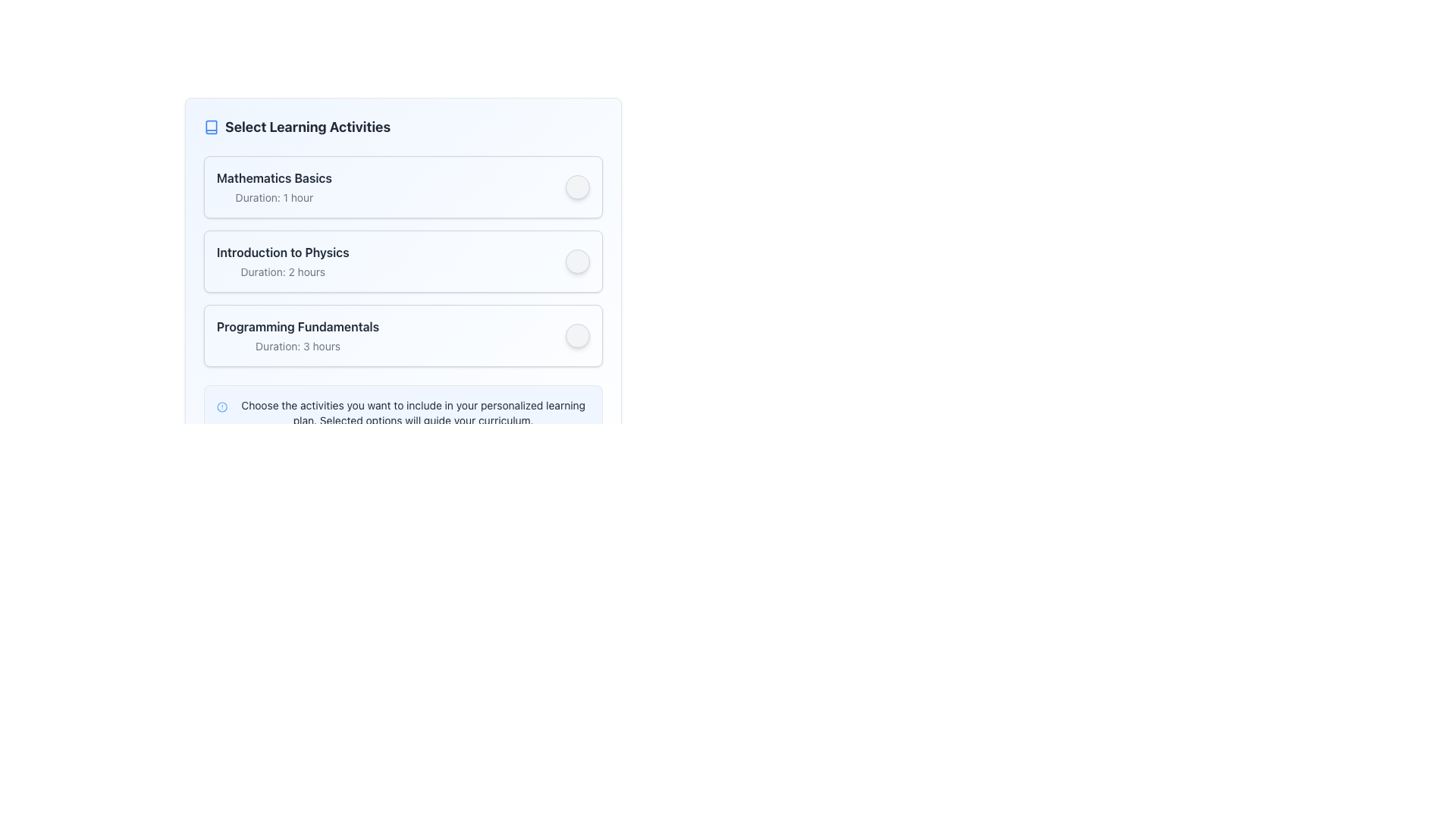 The image size is (1456, 819). I want to click on the decorative icon located at the top-left corner of the interface, which is directly to the left of the title 'Select Learning Activities', so click(210, 127).